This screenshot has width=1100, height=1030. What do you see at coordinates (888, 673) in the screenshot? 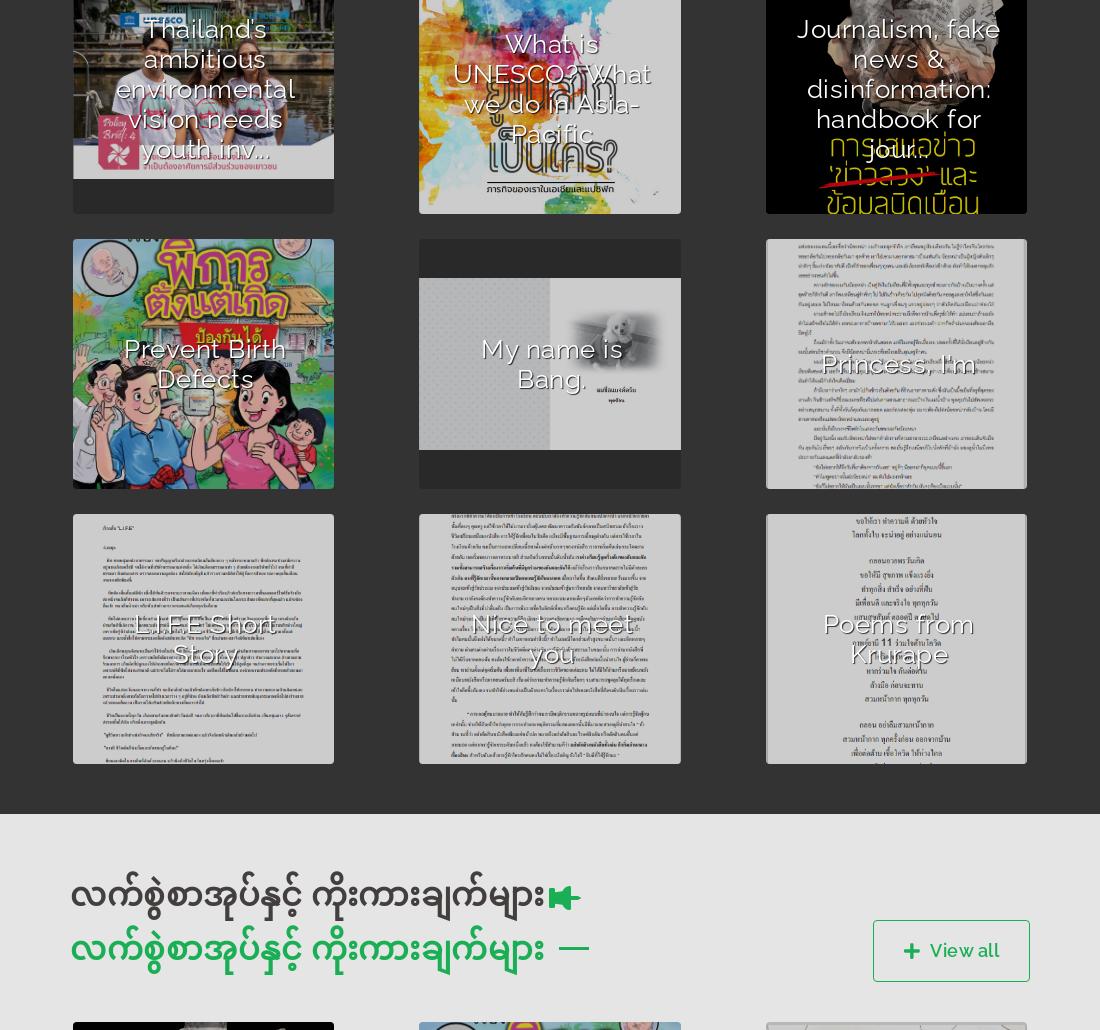
I see `'Includes poems such as encouragement poems. Anti-Covid Poems'` at bounding box center [888, 673].